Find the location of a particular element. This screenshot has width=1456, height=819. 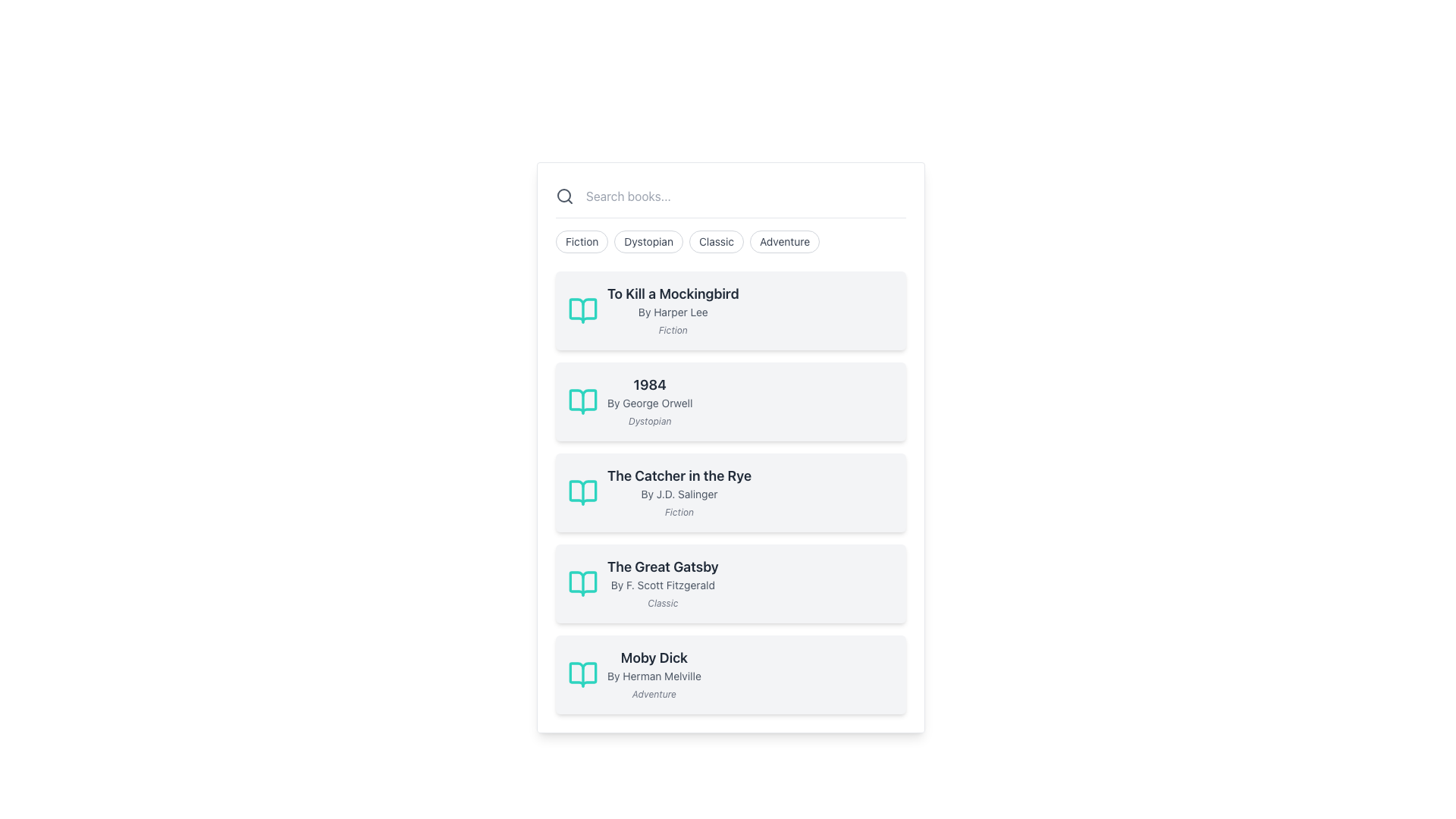

the text label that reads 'By J.D. Salinger', which is styled in a light gray sans-serif font and is positioned between the book title and genre label is located at coordinates (679, 494).